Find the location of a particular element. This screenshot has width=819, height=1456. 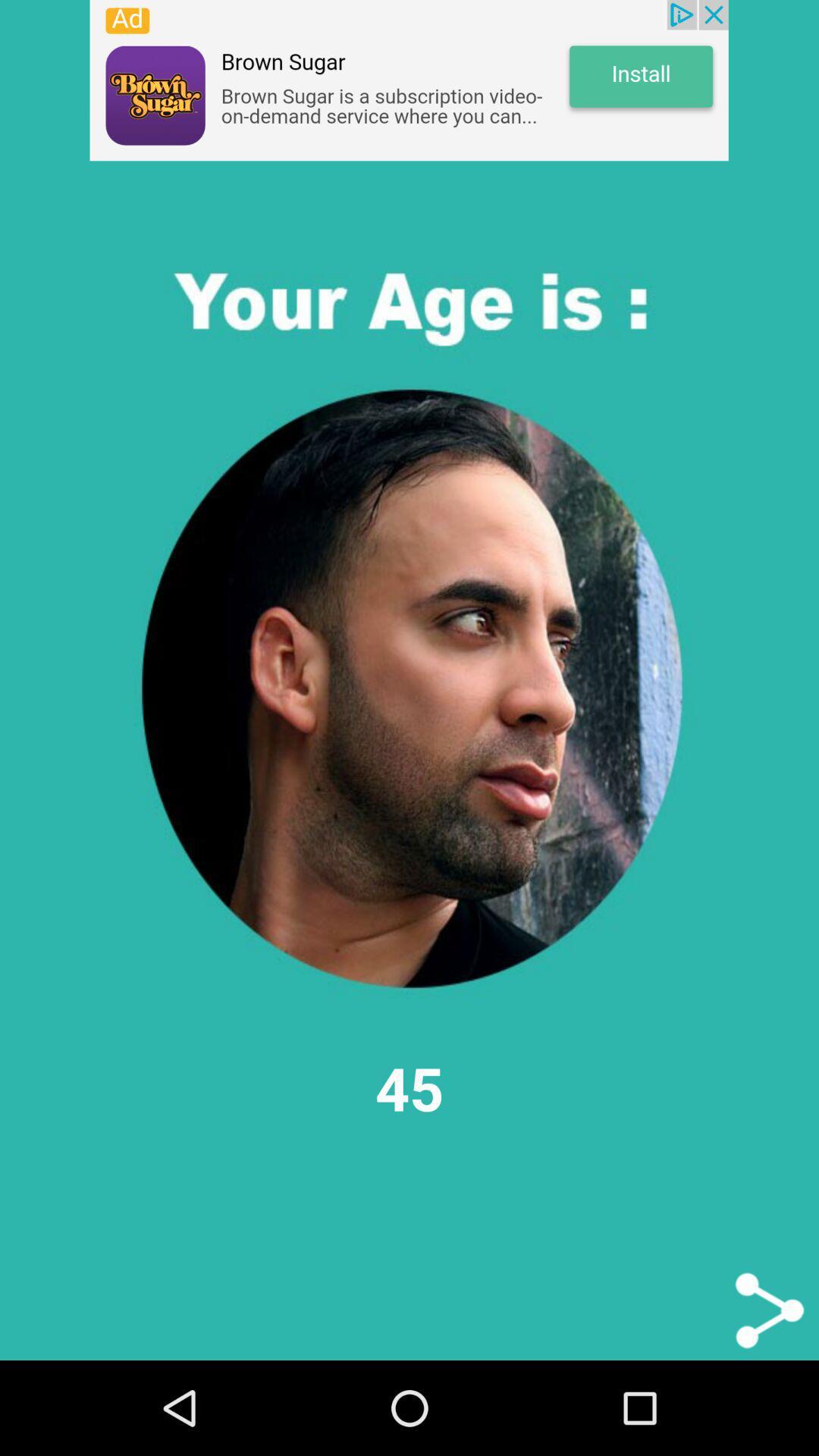

sharing options is located at coordinates (769, 1310).